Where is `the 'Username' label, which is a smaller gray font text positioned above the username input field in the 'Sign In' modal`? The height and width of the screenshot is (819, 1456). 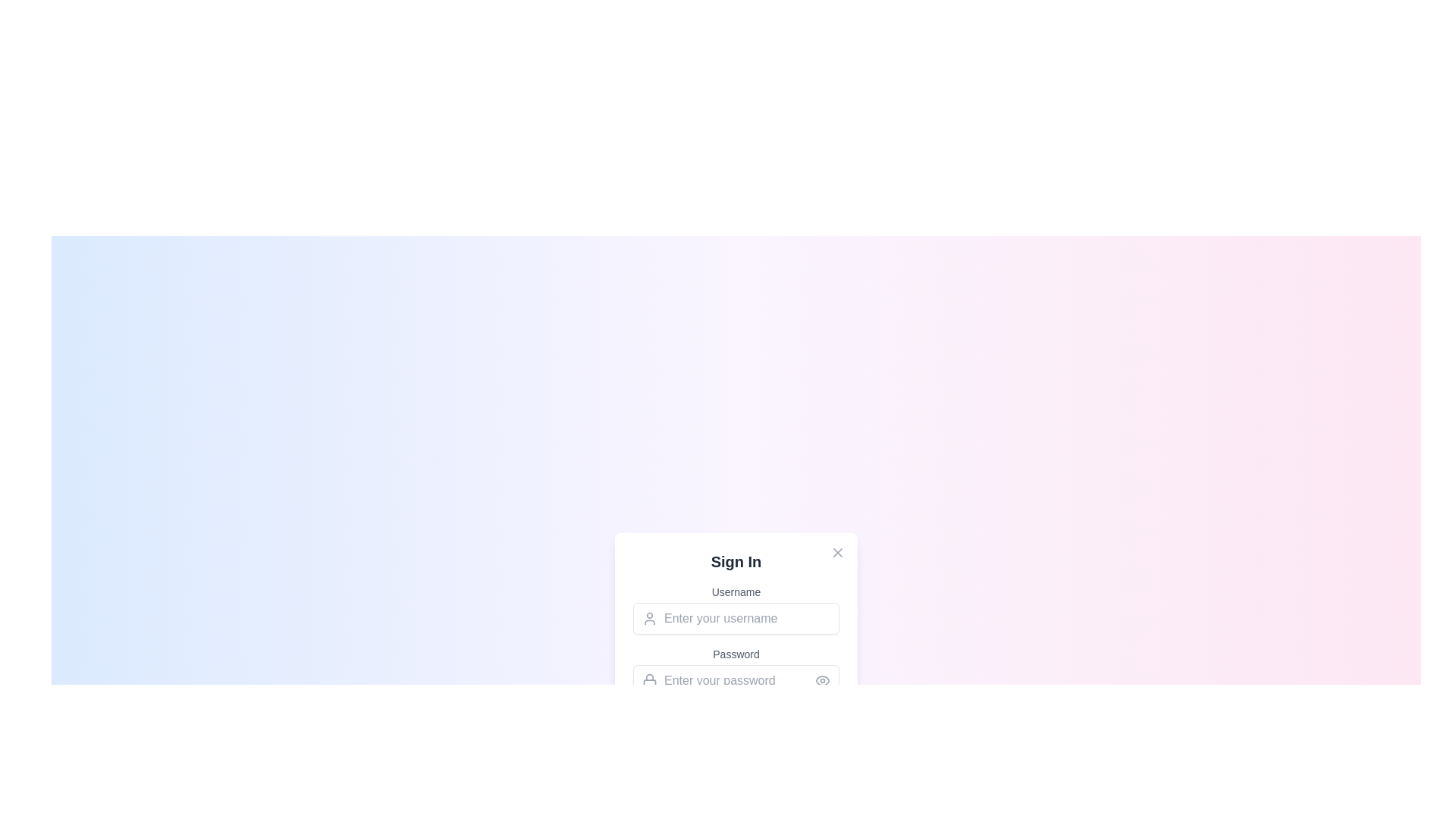
the 'Username' label, which is a smaller gray font text positioned above the username input field in the 'Sign In' modal is located at coordinates (736, 591).